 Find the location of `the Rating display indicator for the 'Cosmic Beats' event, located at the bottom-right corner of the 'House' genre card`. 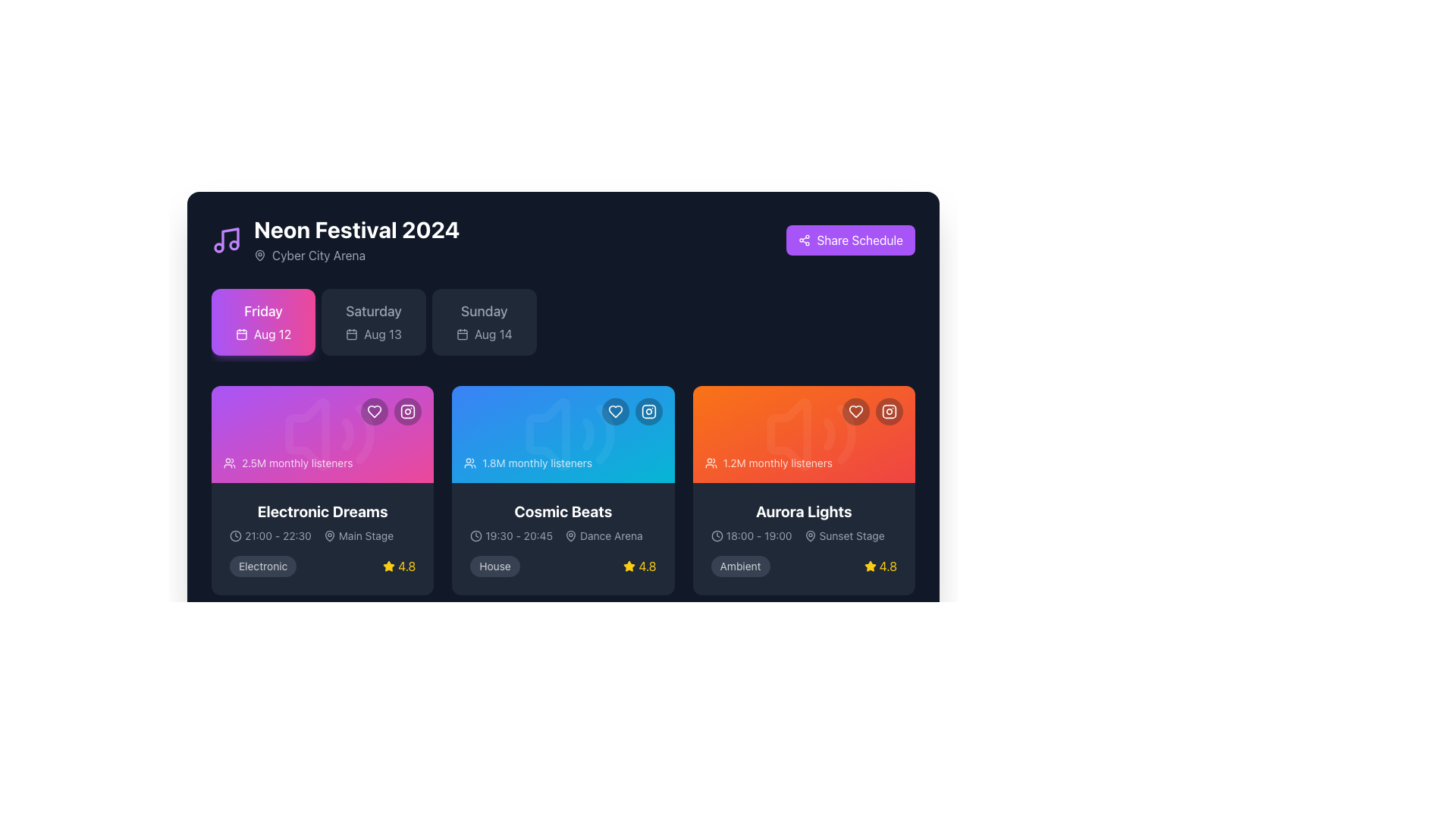

the Rating display indicator for the 'Cosmic Beats' event, located at the bottom-right corner of the 'House' genre card is located at coordinates (640, 566).